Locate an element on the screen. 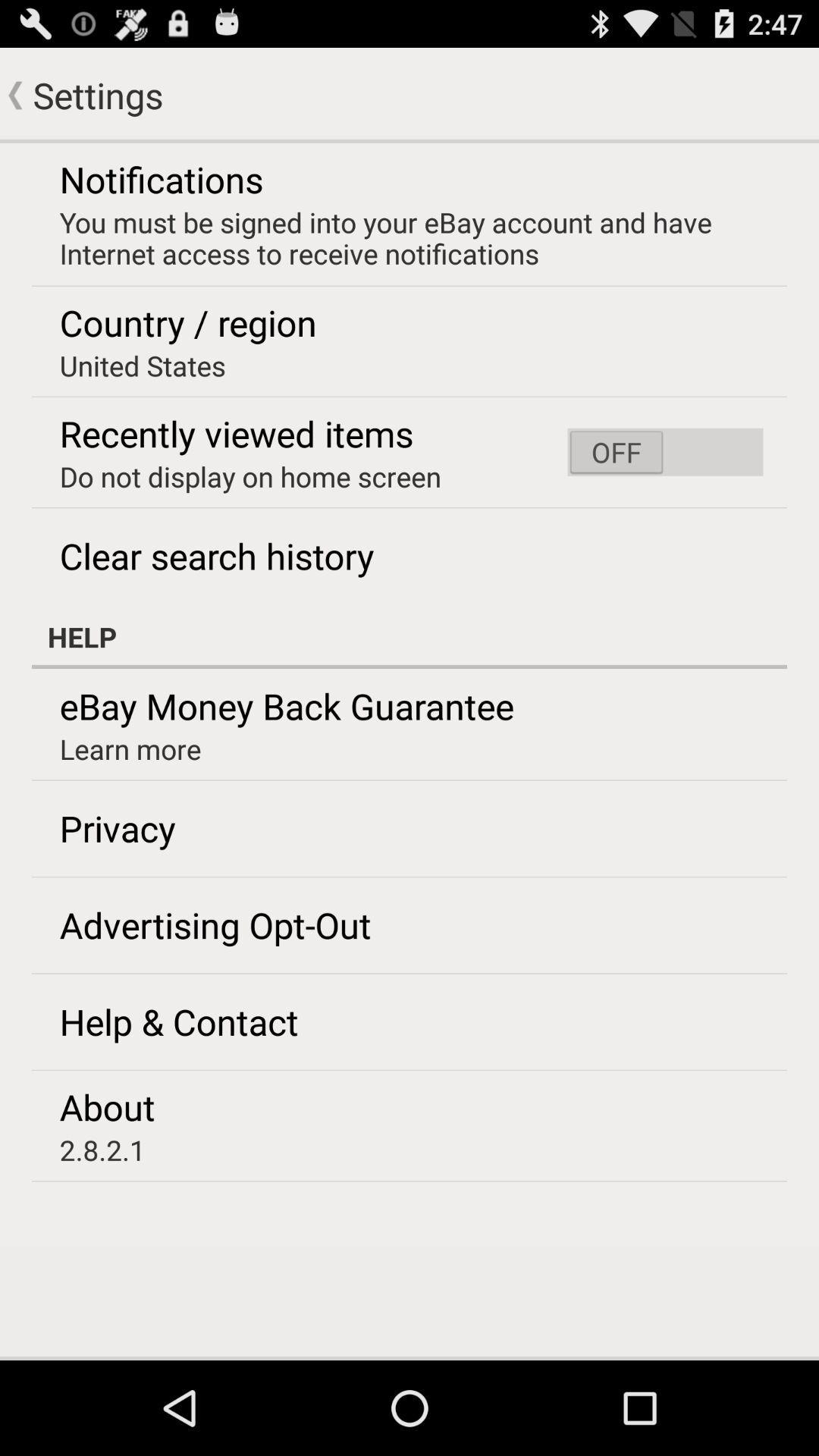  the icon to the right of do not display app is located at coordinates (664, 451).